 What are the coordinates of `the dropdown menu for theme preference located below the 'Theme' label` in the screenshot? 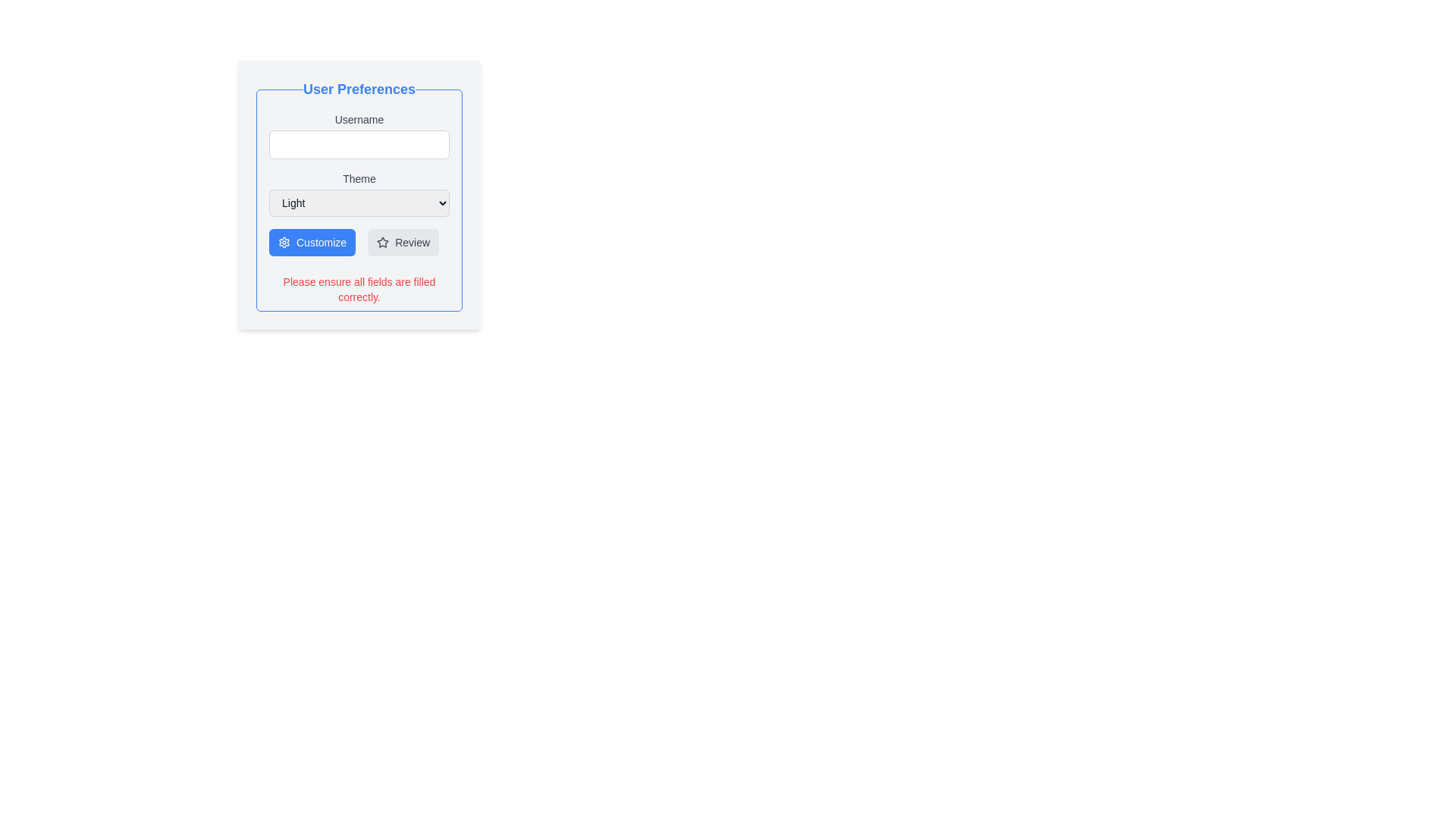 It's located at (359, 202).